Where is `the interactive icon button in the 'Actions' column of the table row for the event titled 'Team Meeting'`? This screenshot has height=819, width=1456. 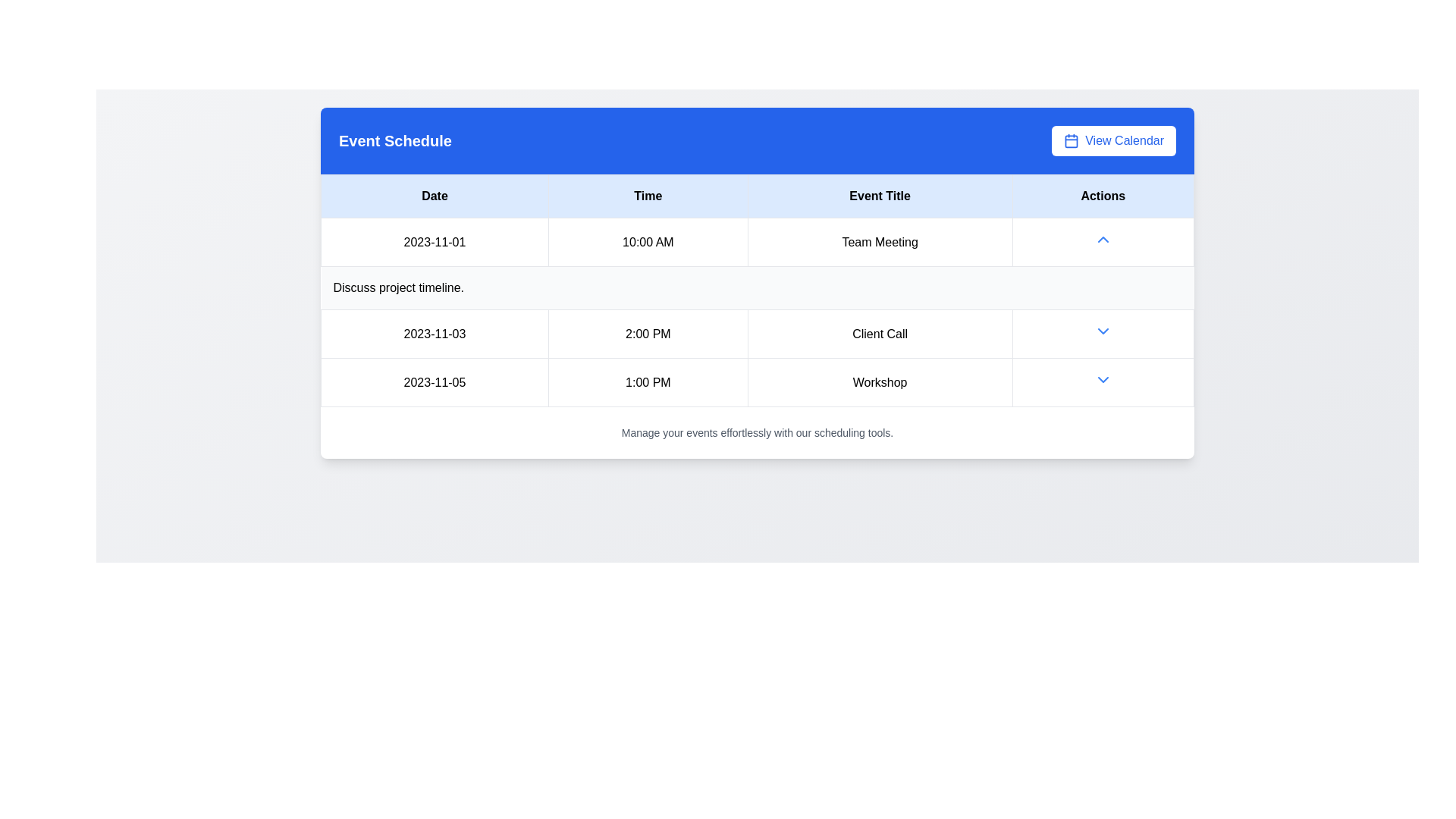 the interactive icon button in the 'Actions' column of the table row for the event titled 'Team Meeting' is located at coordinates (1103, 241).